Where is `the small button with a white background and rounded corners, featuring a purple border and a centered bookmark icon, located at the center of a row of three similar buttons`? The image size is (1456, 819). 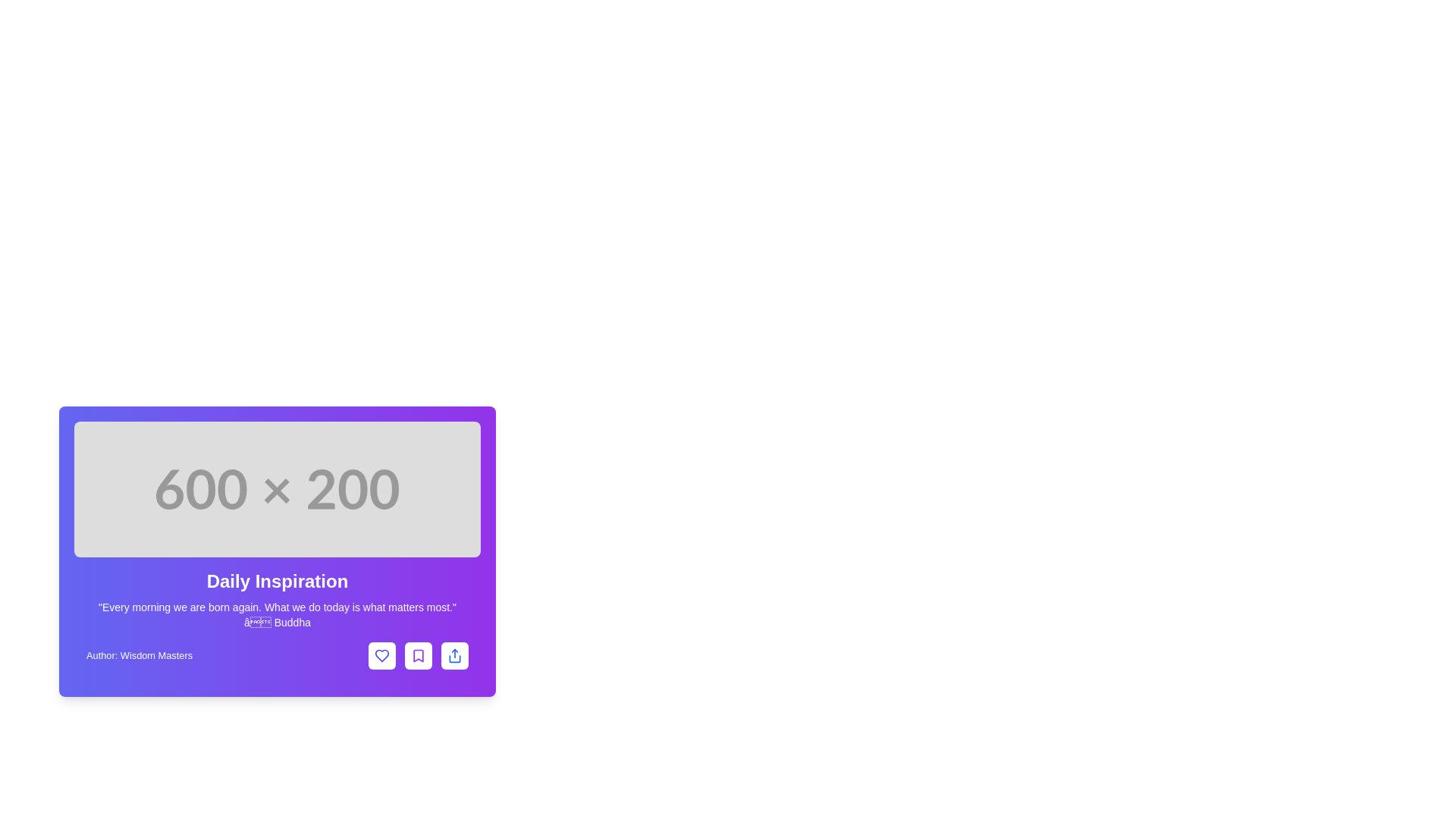 the small button with a white background and rounded corners, featuring a purple border and a centered bookmark icon, located at the center of a row of three similar buttons is located at coordinates (419, 654).